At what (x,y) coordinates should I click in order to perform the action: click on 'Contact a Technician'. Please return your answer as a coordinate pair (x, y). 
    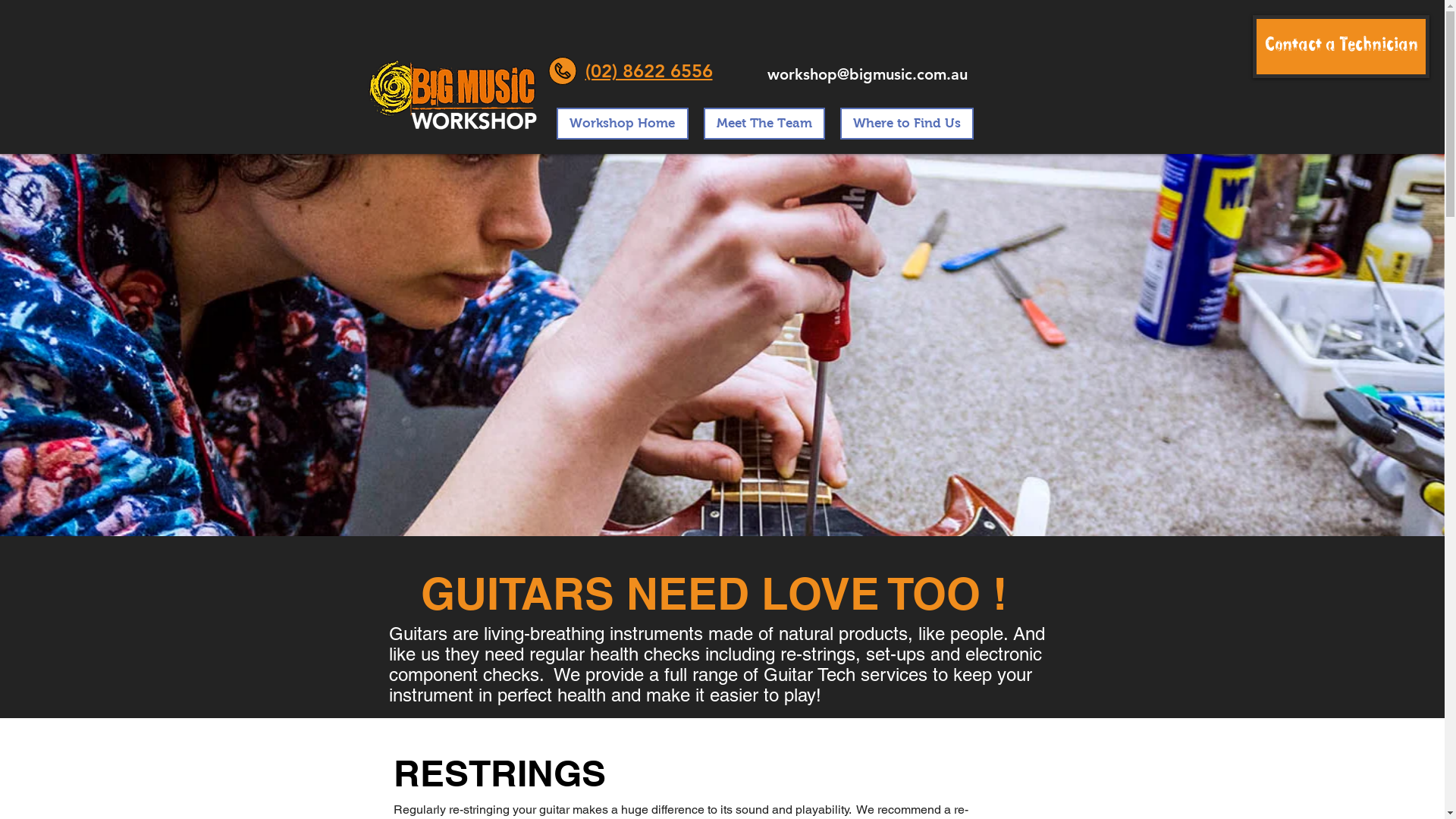
    Looking at the image, I should click on (1341, 45).